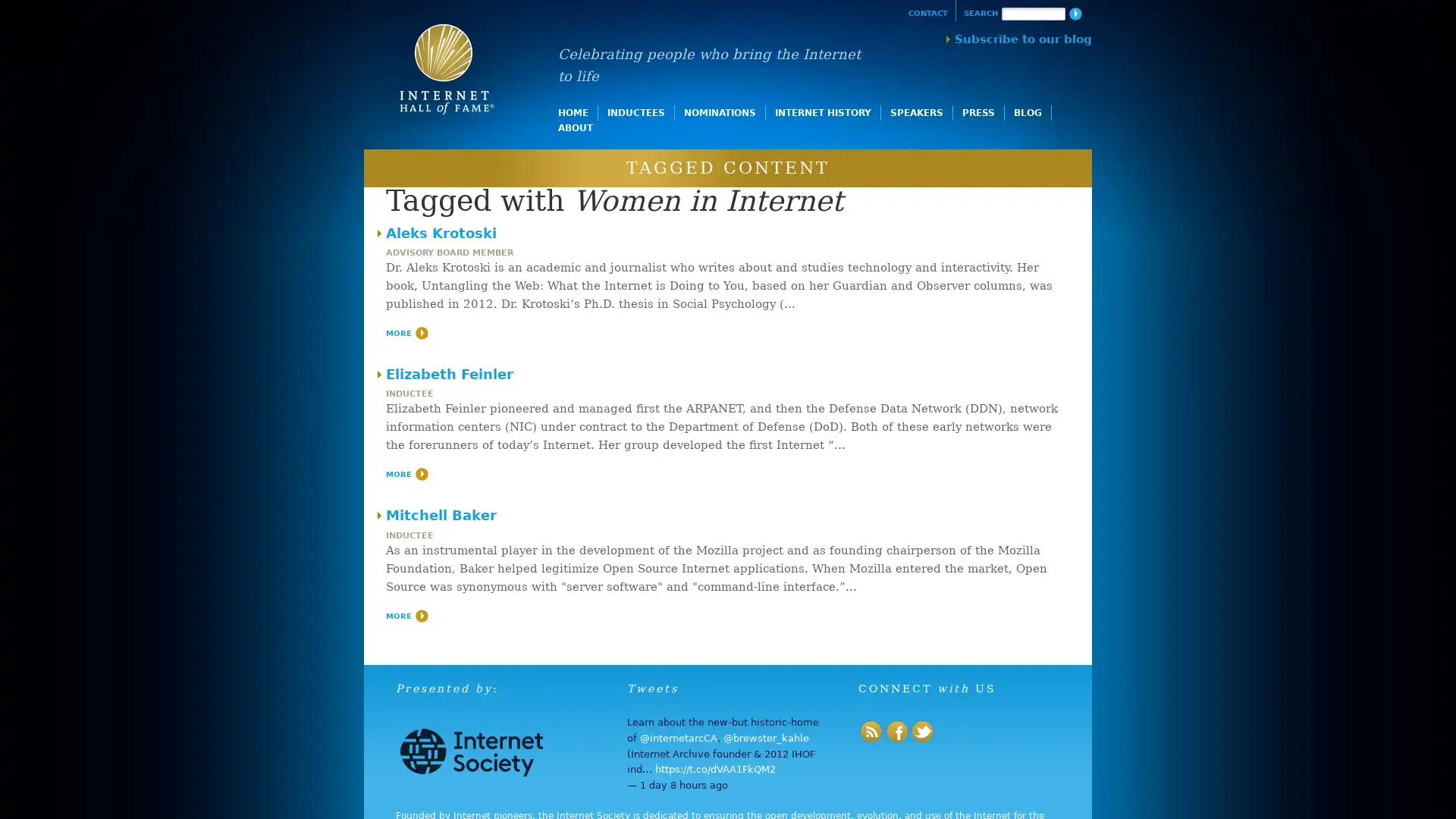 The height and width of the screenshot is (819, 1456). What do you see at coordinates (1074, 14) in the screenshot?
I see `Search` at bounding box center [1074, 14].